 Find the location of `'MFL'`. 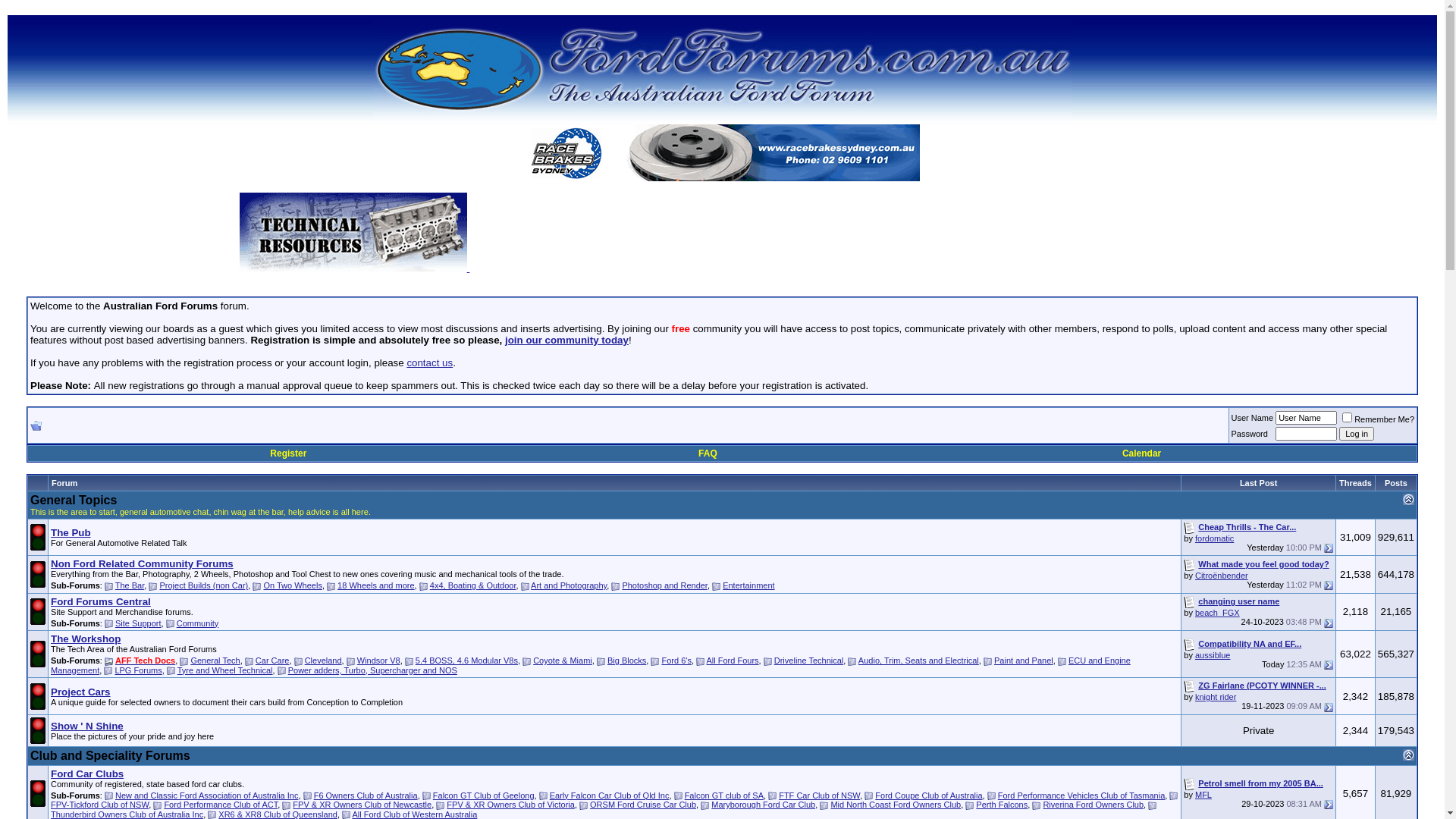

'MFL' is located at coordinates (1203, 794).